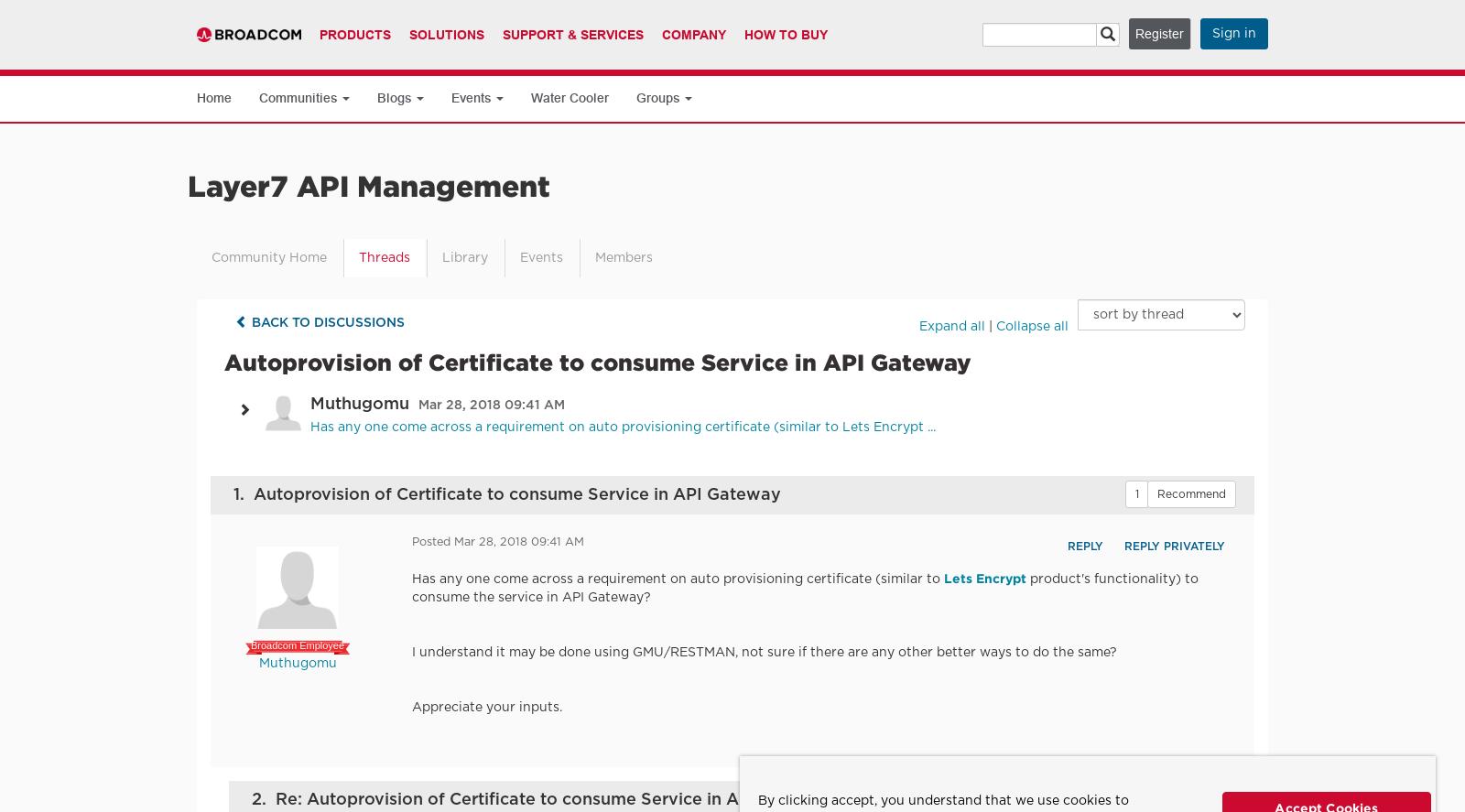 The width and height of the screenshot is (1465, 812). Describe the element at coordinates (384, 256) in the screenshot. I see `'Threads'` at that location.